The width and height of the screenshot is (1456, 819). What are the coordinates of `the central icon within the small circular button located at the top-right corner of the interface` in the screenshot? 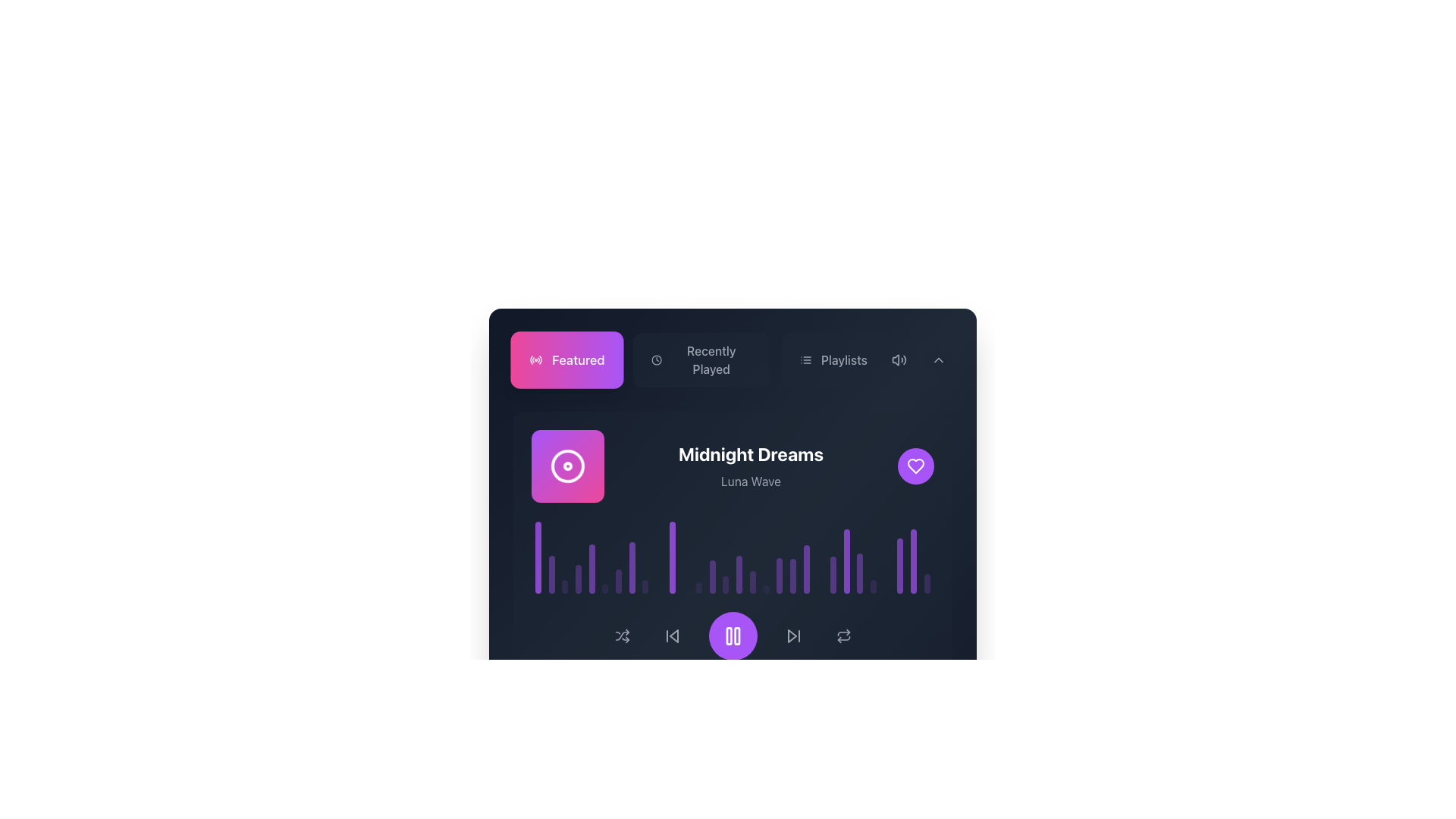 It's located at (938, 359).